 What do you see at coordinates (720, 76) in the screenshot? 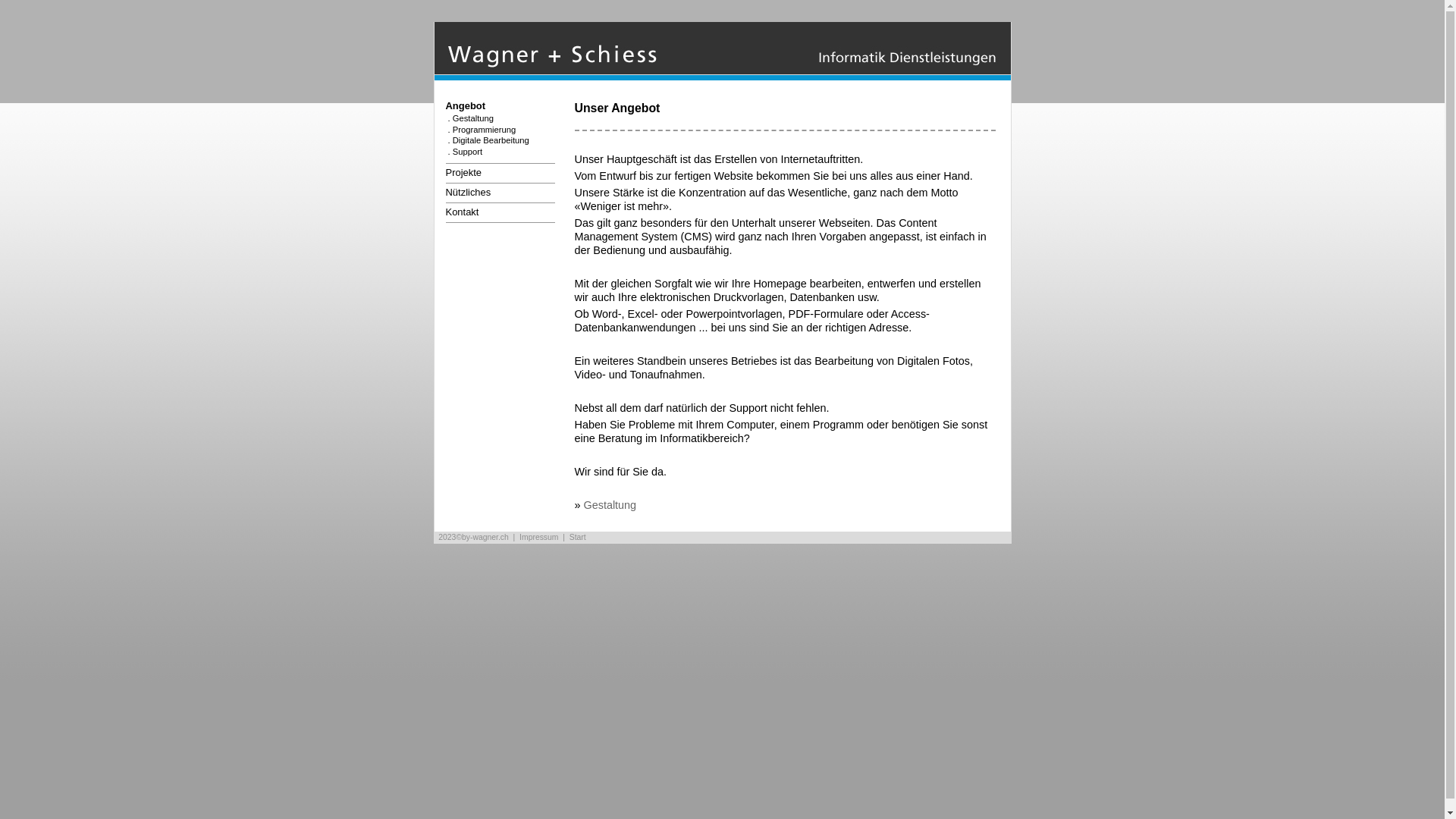
I see `'Start'` at bounding box center [720, 76].